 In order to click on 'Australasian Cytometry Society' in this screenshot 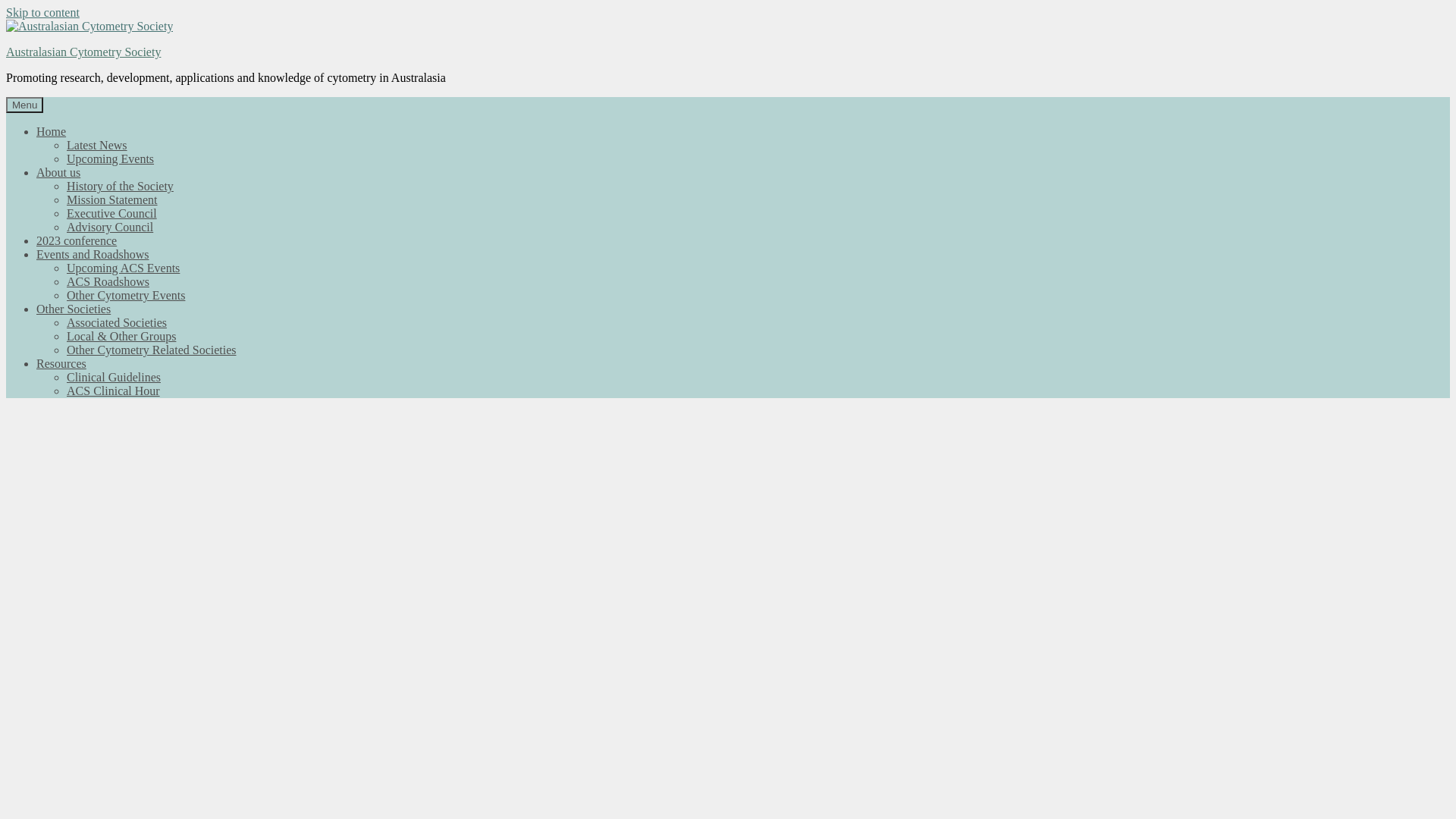, I will do `click(83, 51)`.